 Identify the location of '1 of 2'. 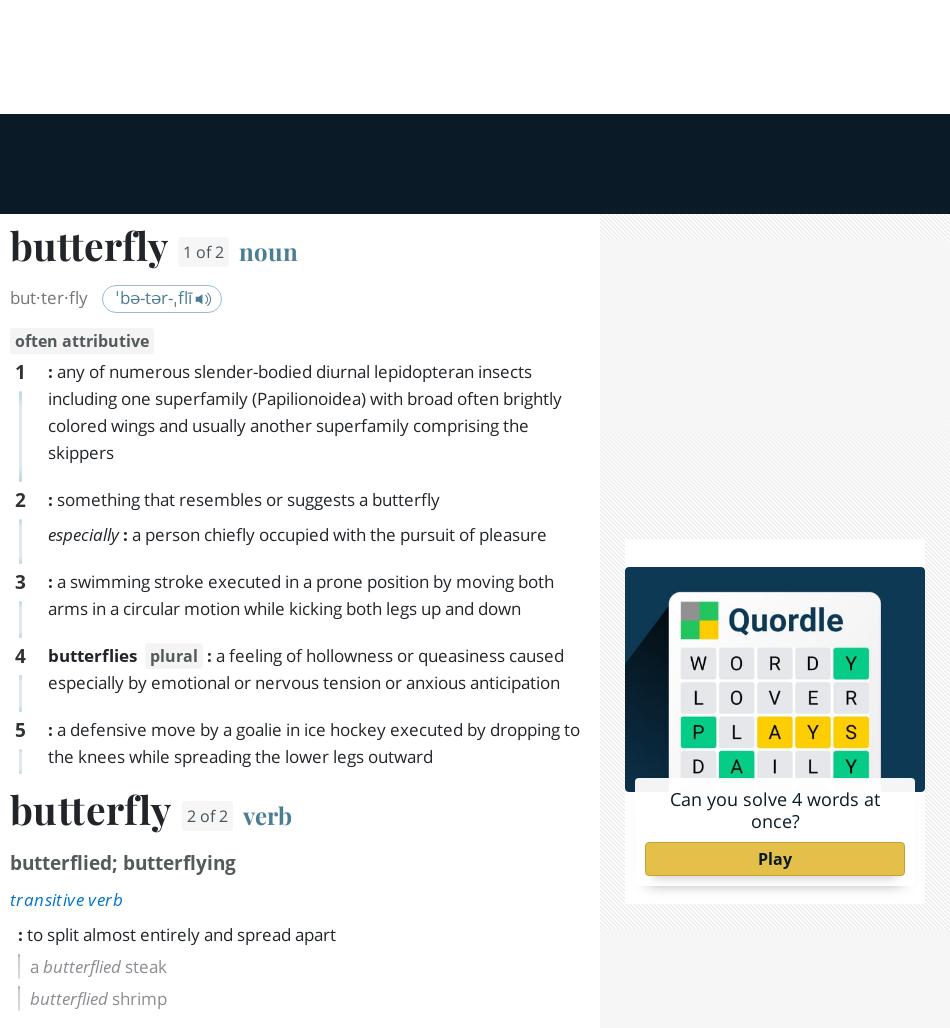
(216, 42).